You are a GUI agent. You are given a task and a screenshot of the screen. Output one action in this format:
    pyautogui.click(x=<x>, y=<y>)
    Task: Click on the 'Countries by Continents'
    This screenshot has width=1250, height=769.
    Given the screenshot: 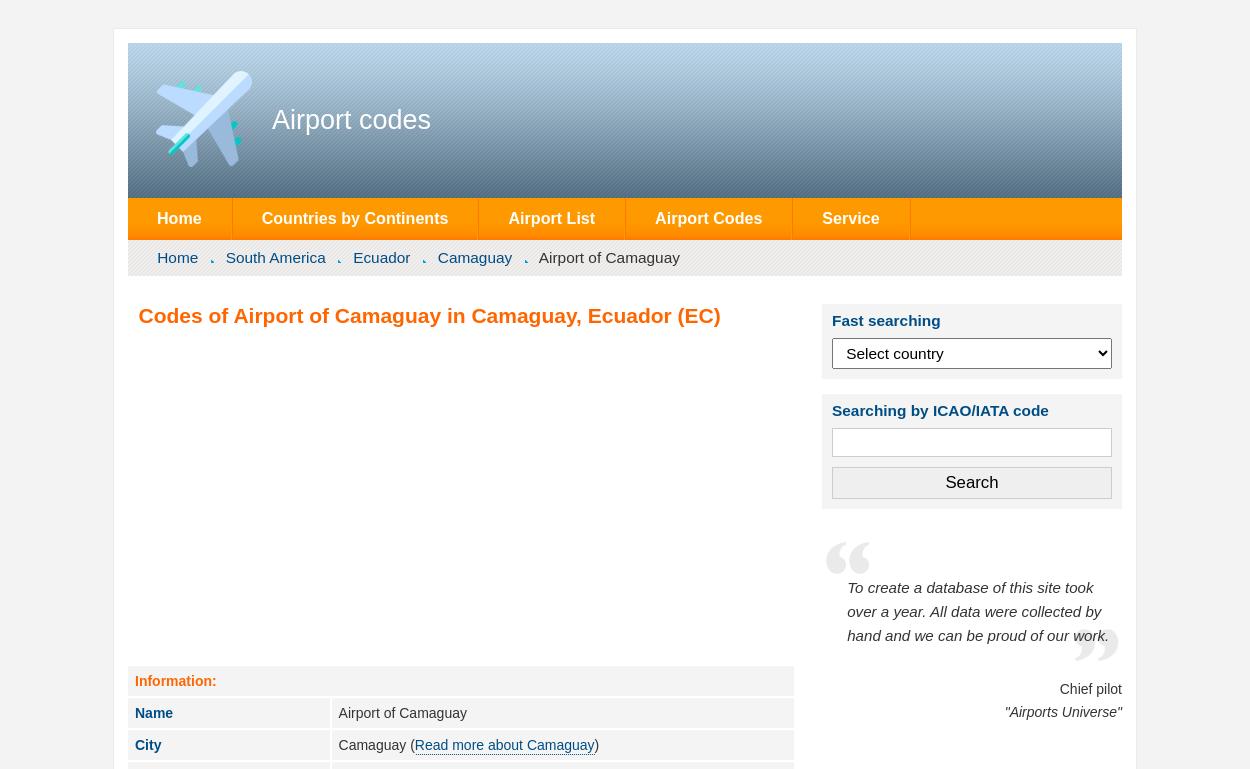 What is the action you would take?
    pyautogui.click(x=353, y=218)
    